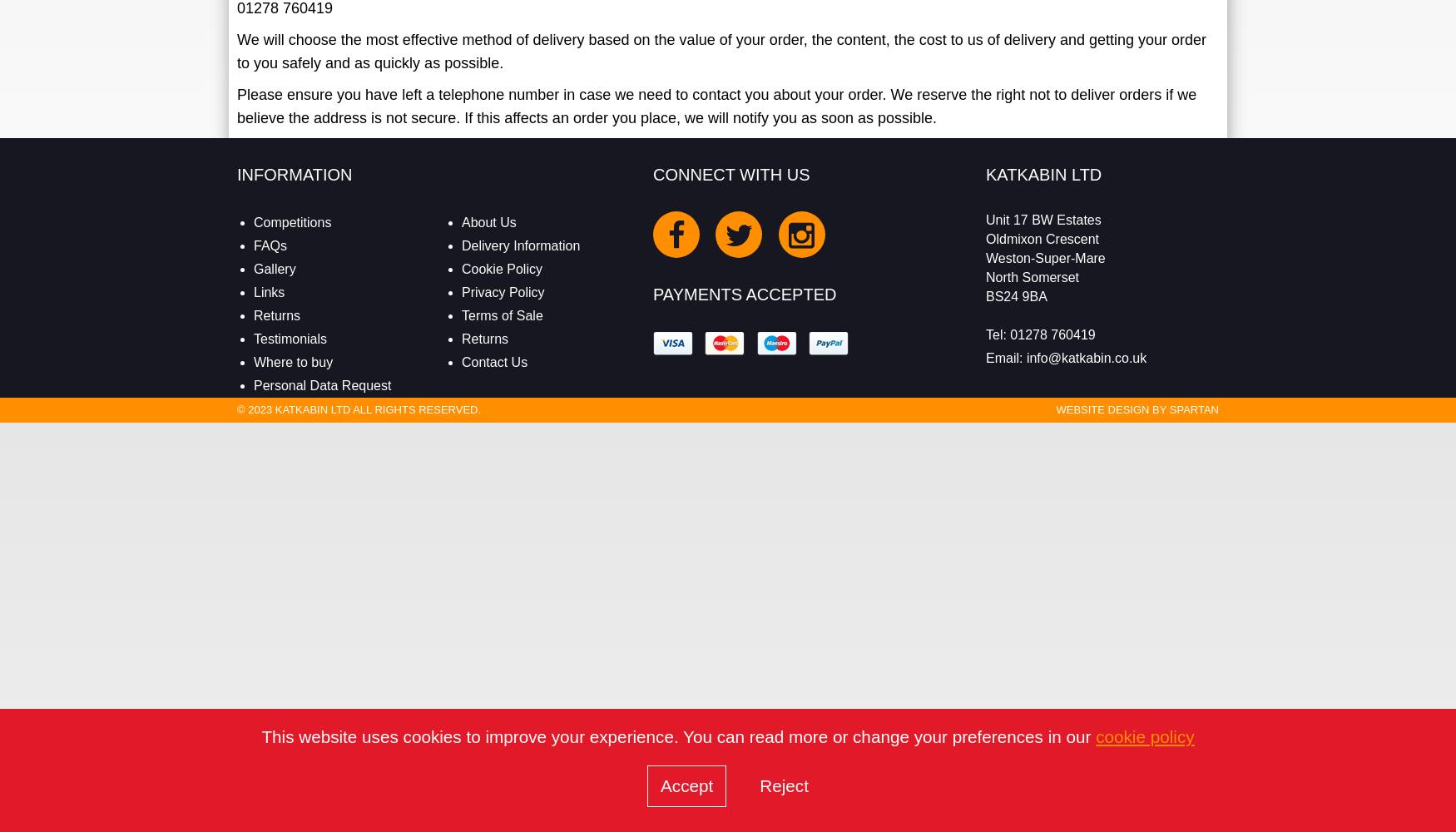 The width and height of the screenshot is (1456, 832). What do you see at coordinates (253, 268) in the screenshot?
I see `'Gallery'` at bounding box center [253, 268].